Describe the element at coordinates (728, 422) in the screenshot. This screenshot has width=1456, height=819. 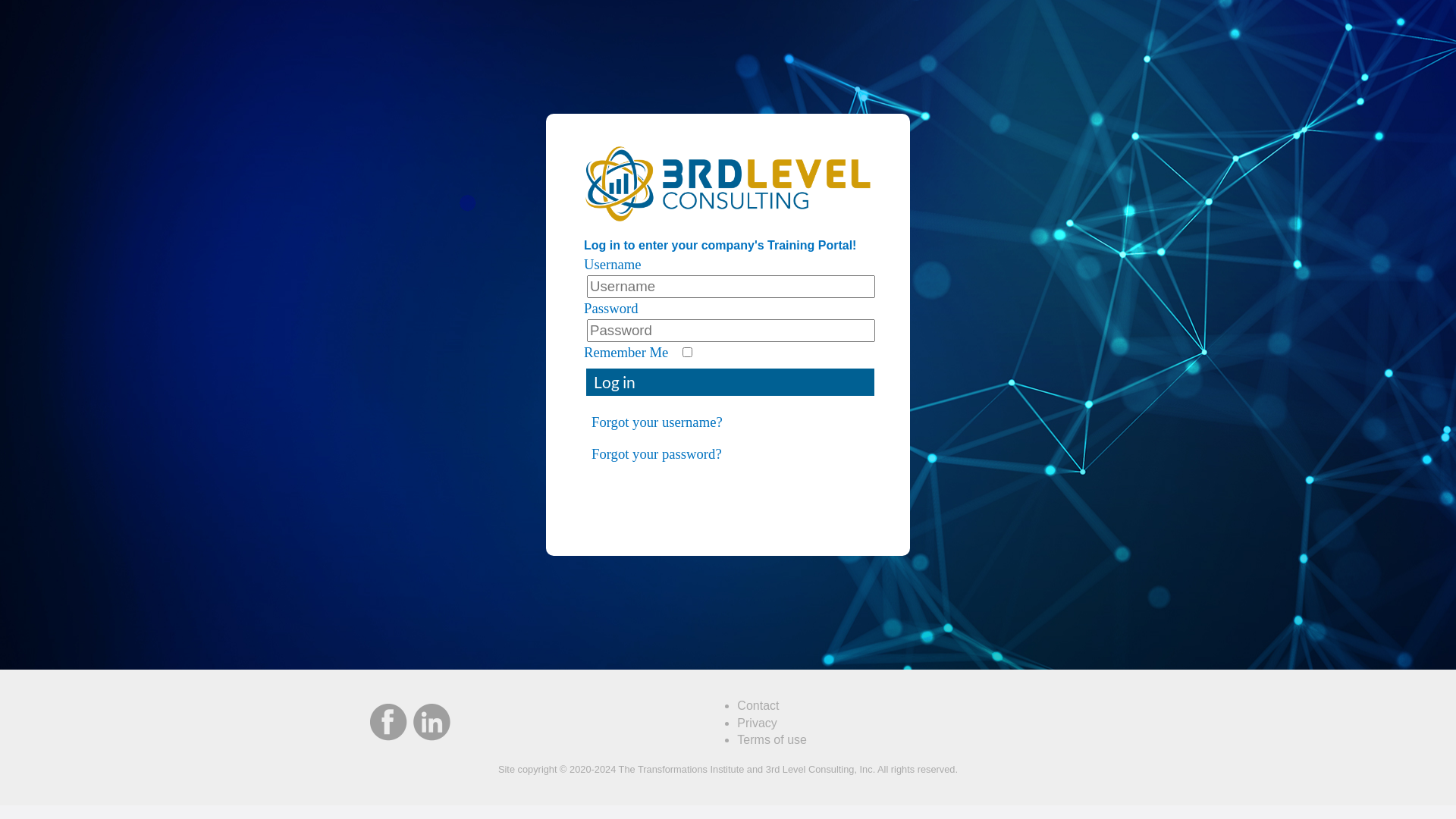
I see `'Forgot your username?'` at that location.